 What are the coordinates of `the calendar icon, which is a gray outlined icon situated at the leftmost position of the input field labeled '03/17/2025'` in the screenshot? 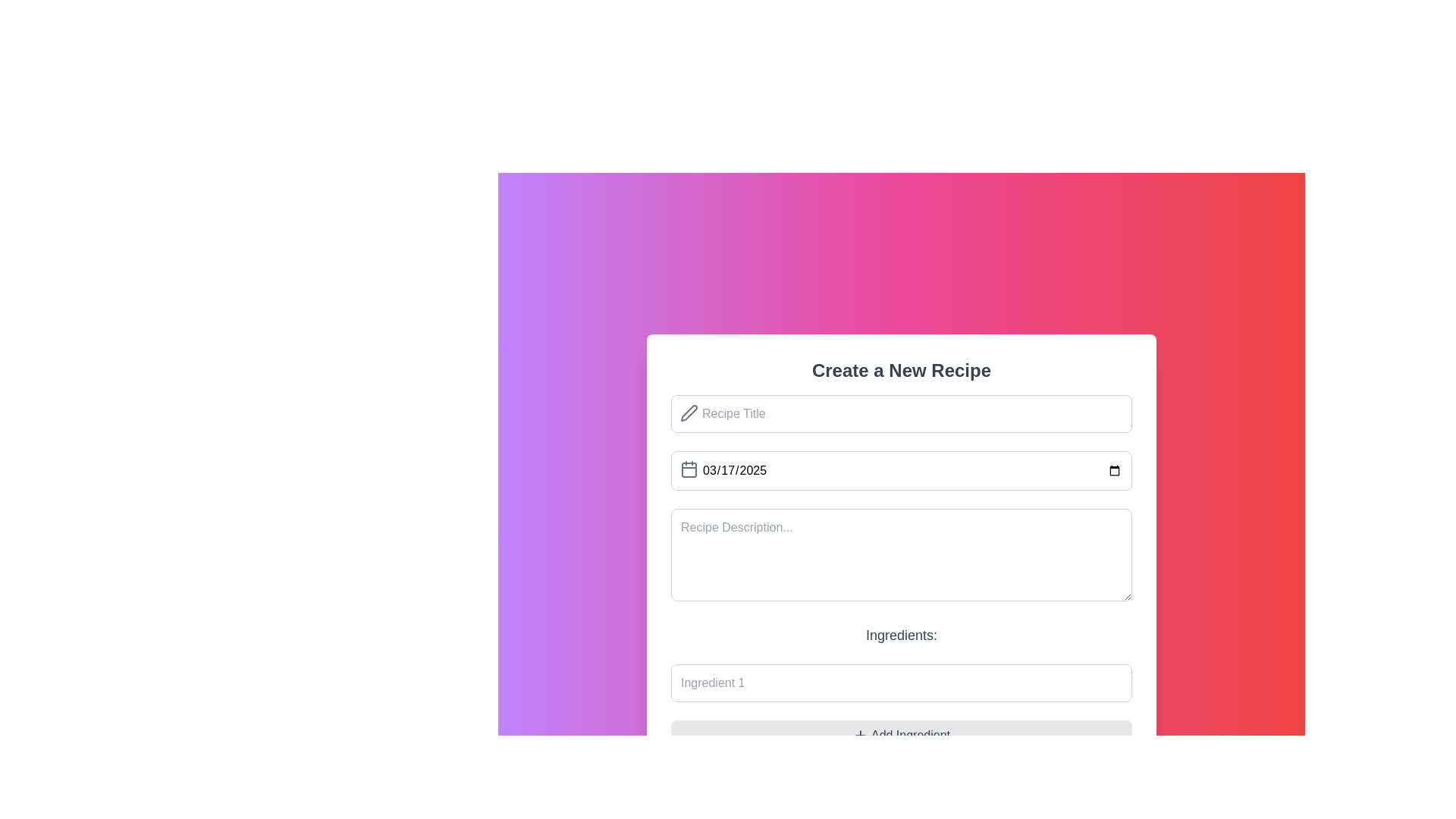 It's located at (688, 468).